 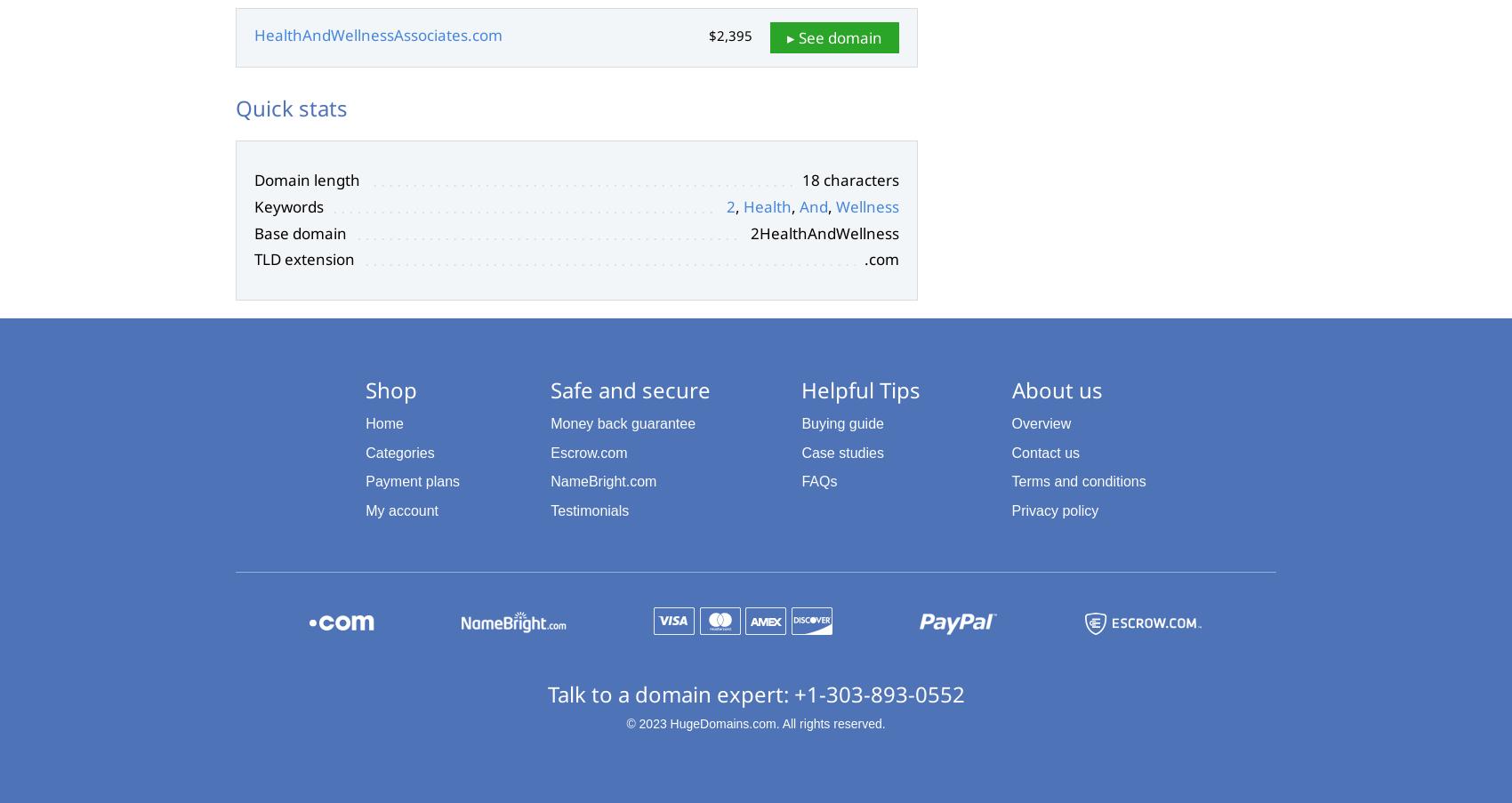 I want to click on 'HealthAndWellnessAssociates.com', so click(x=378, y=34).